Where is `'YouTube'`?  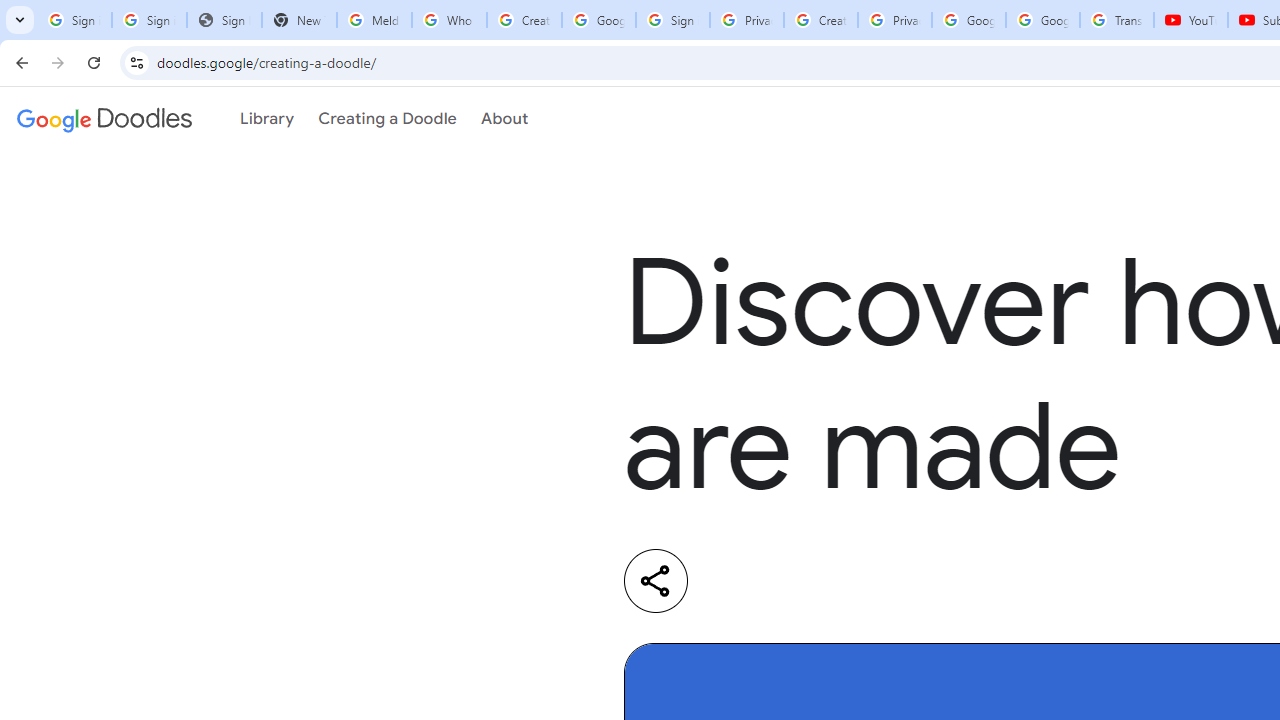
'YouTube' is located at coordinates (1191, 20).